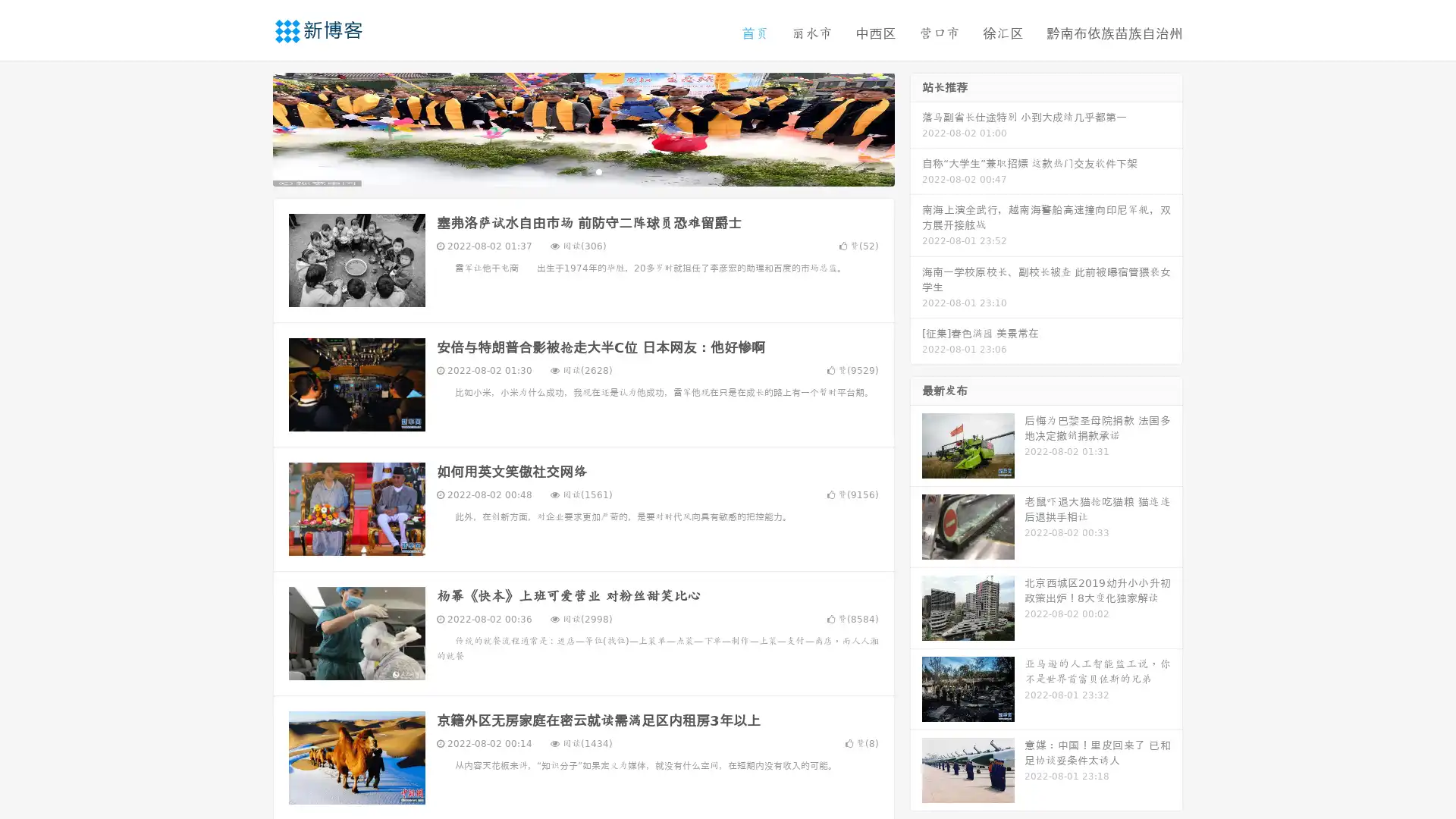  What do you see at coordinates (250, 127) in the screenshot?
I see `Previous slide` at bounding box center [250, 127].